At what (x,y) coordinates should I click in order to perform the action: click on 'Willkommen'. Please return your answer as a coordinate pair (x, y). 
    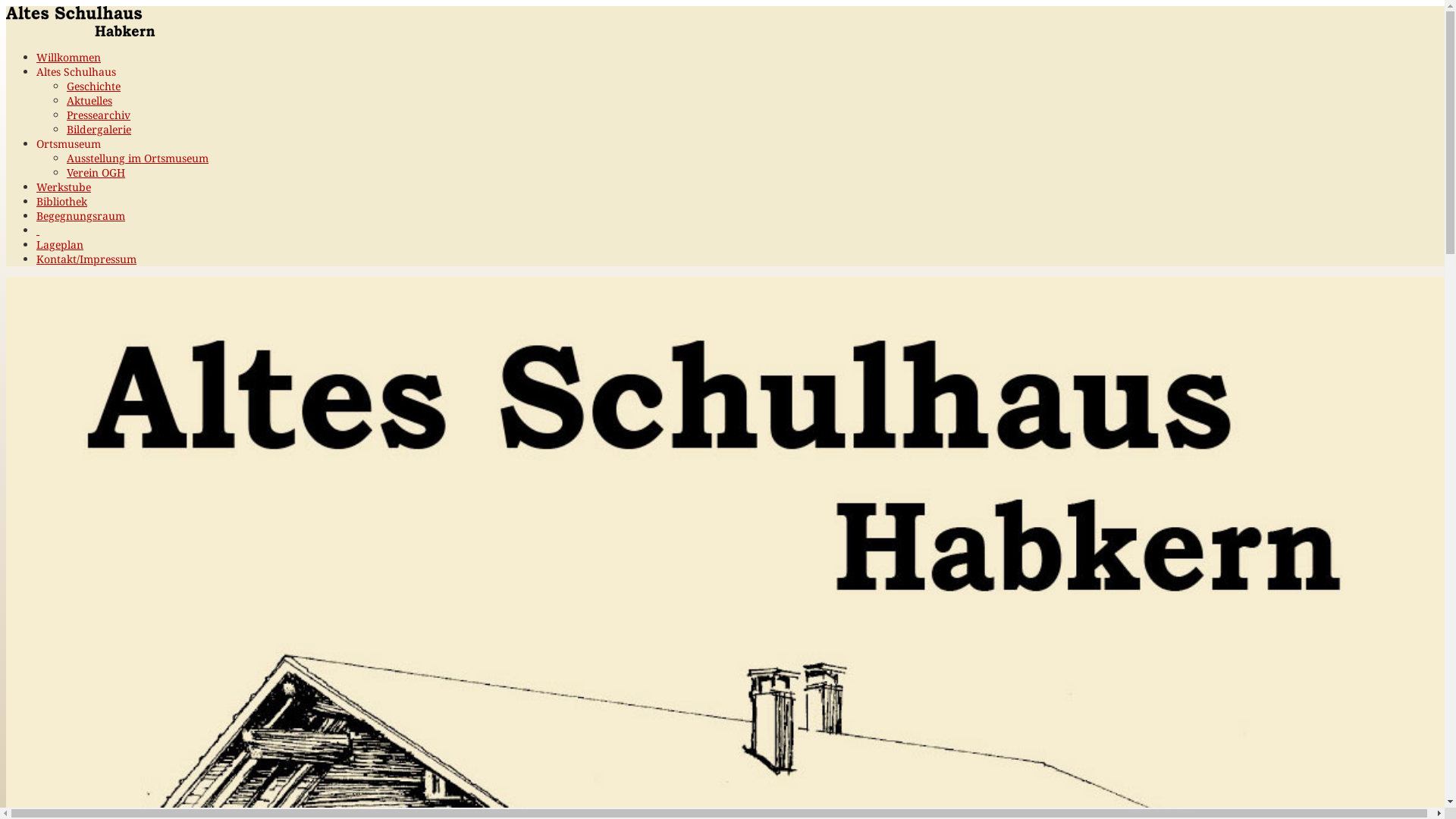
    Looking at the image, I should click on (36, 56).